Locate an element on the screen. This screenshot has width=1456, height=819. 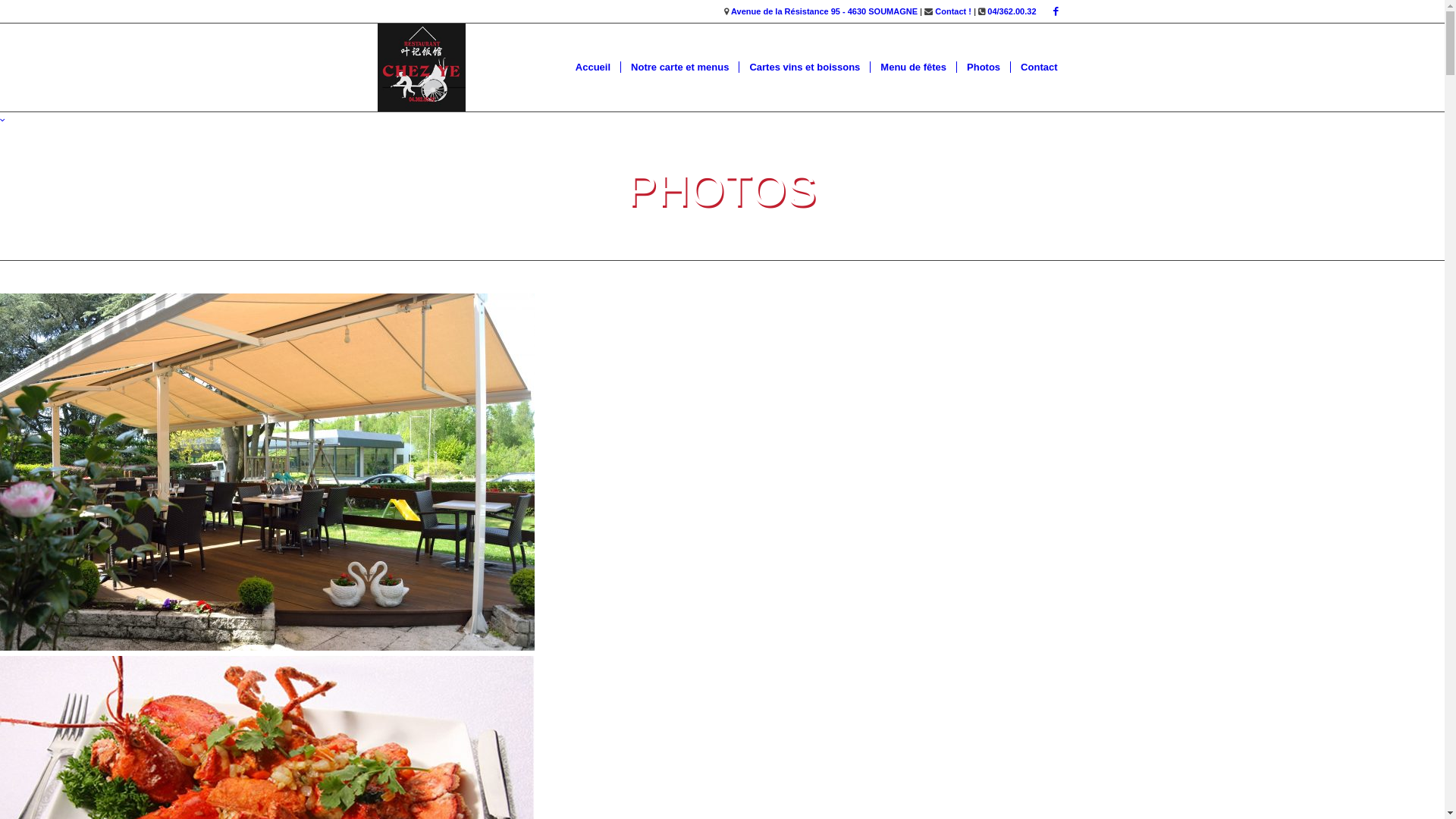
'Notre carte et menus' is located at coordinates (679, 66).